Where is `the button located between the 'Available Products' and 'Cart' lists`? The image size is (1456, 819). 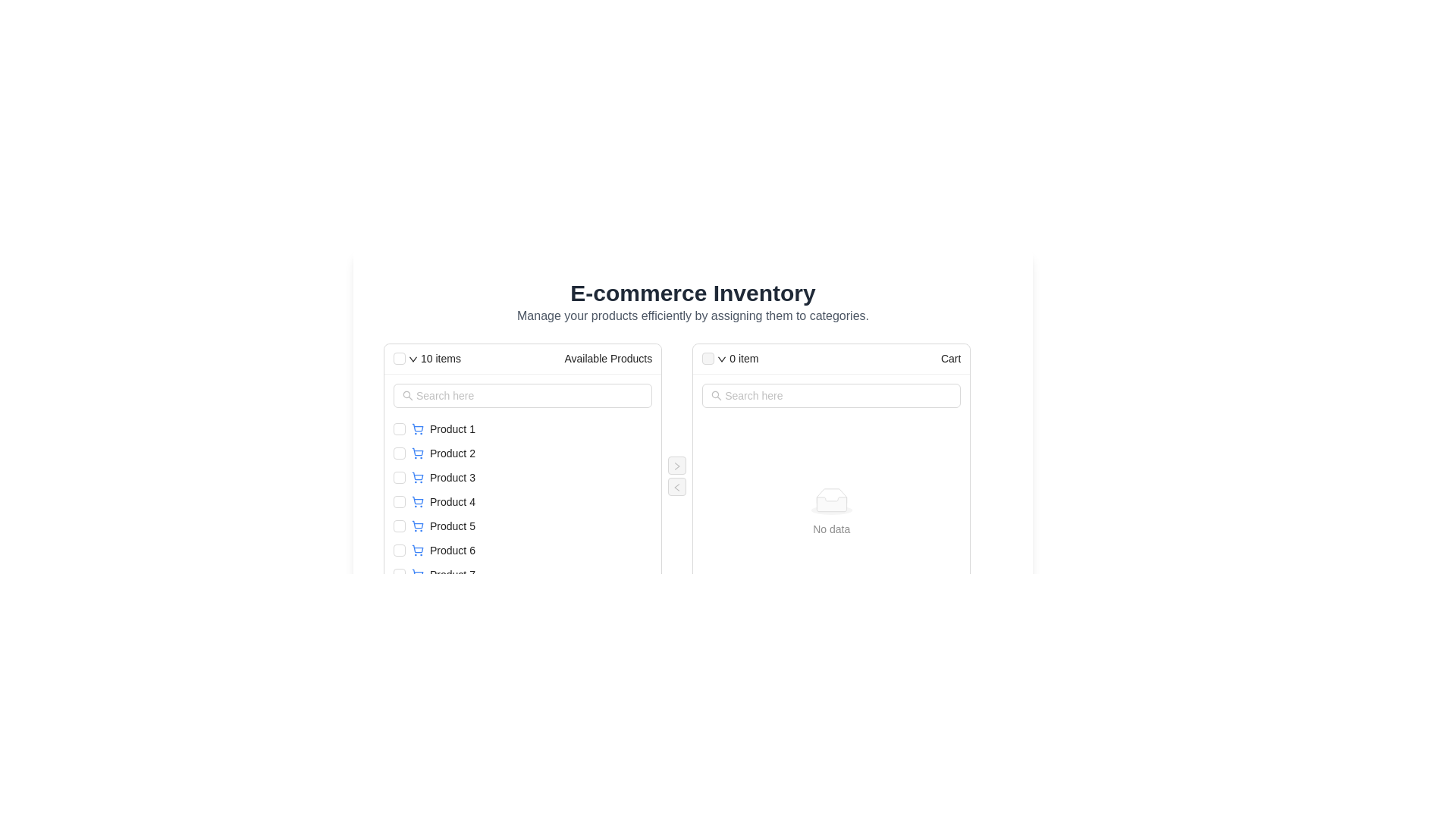 the button located between the 'Available Products' and 'Cart' lists is located at coordinates (676, 464).